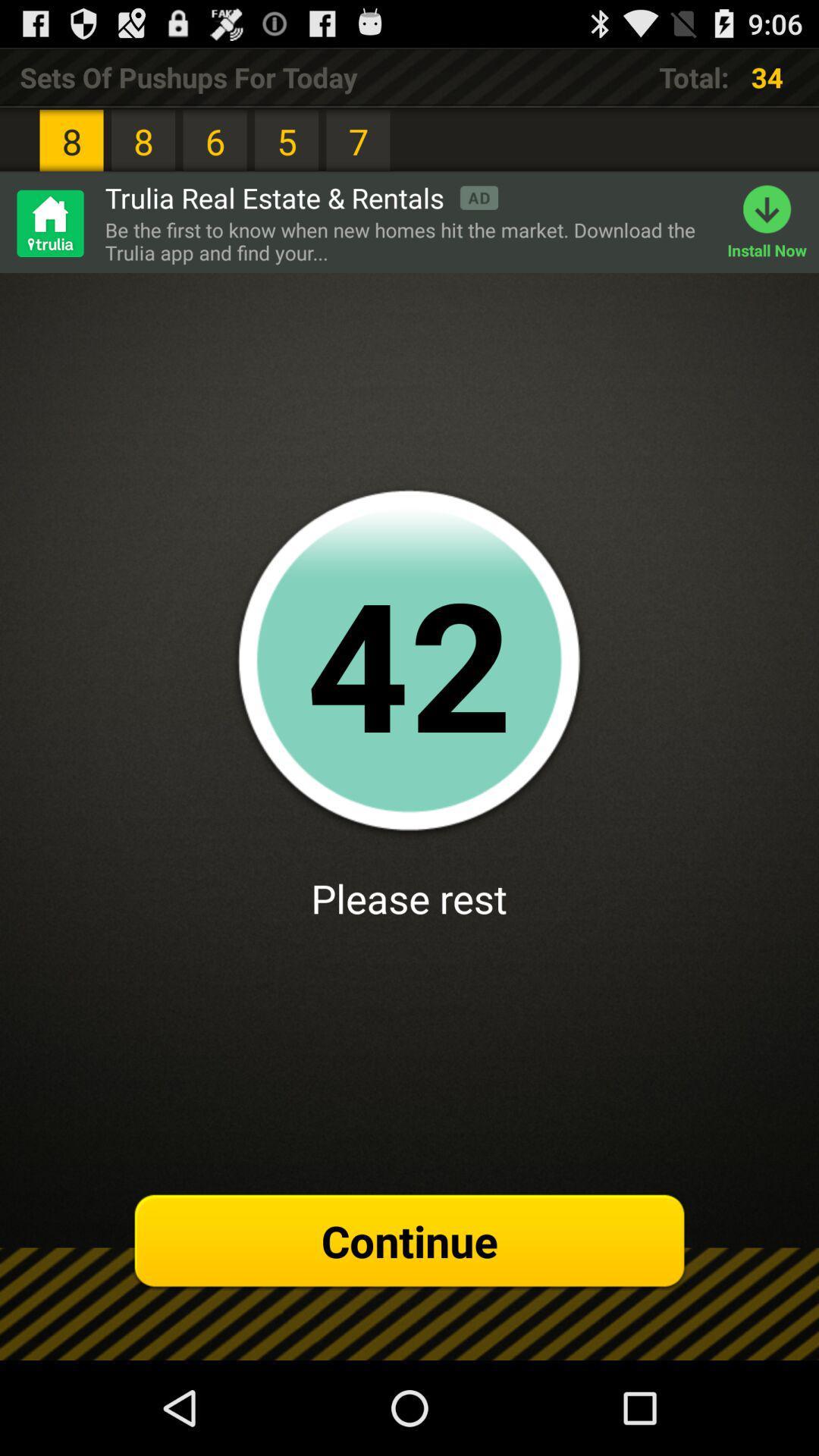 The height and width of the screenshot is (1456, 819). What do you see at coordinates (301, 196) in the screenshot?
I see `the app to the right of the 8 app` at bounding box center [301, 196].